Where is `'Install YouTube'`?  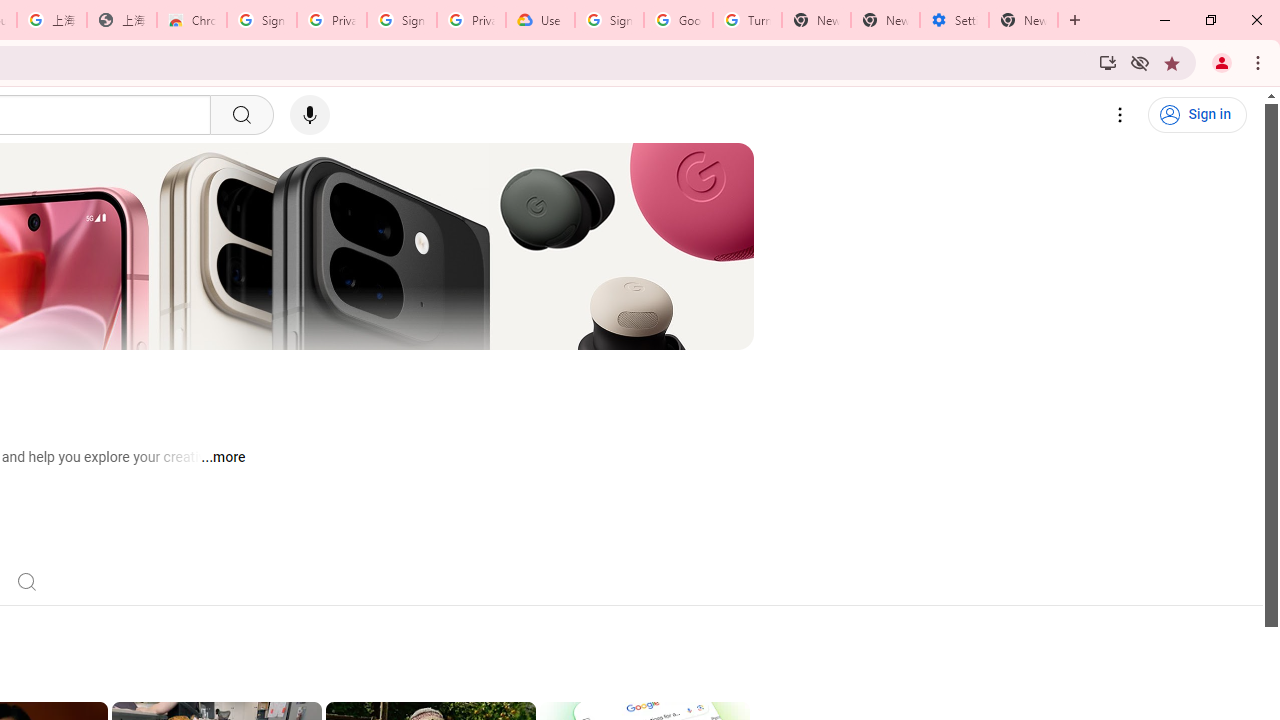 'Install YouTube' is located at coordinates (1106, 61).